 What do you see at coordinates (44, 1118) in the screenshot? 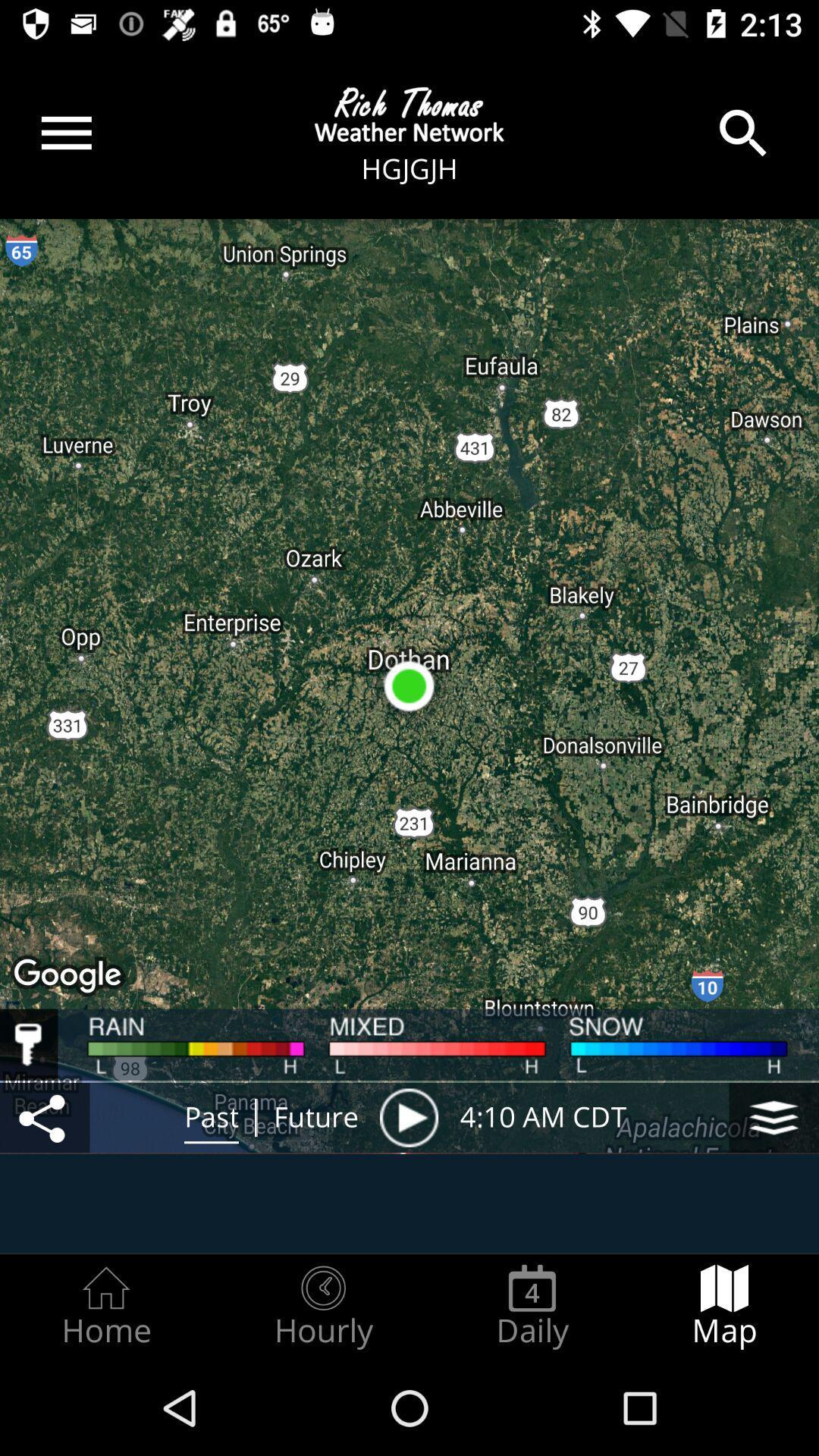
I see `the share icon` at bounding box center [44, 1118].